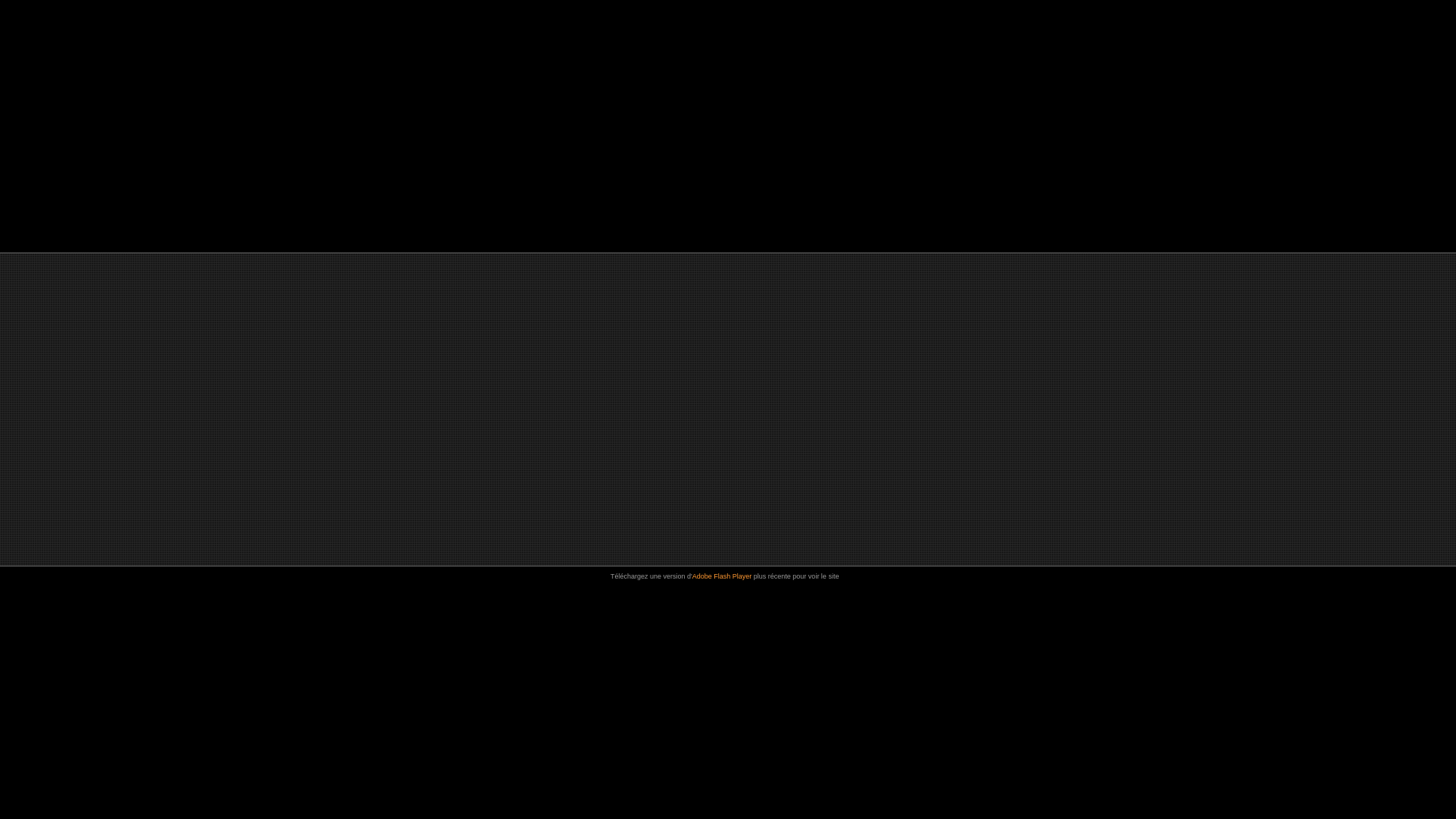  What do you see at coordinates (691, 576) in the screenshot?
I see `'Adobe Flash Player'` at bounding box center [691, 576].